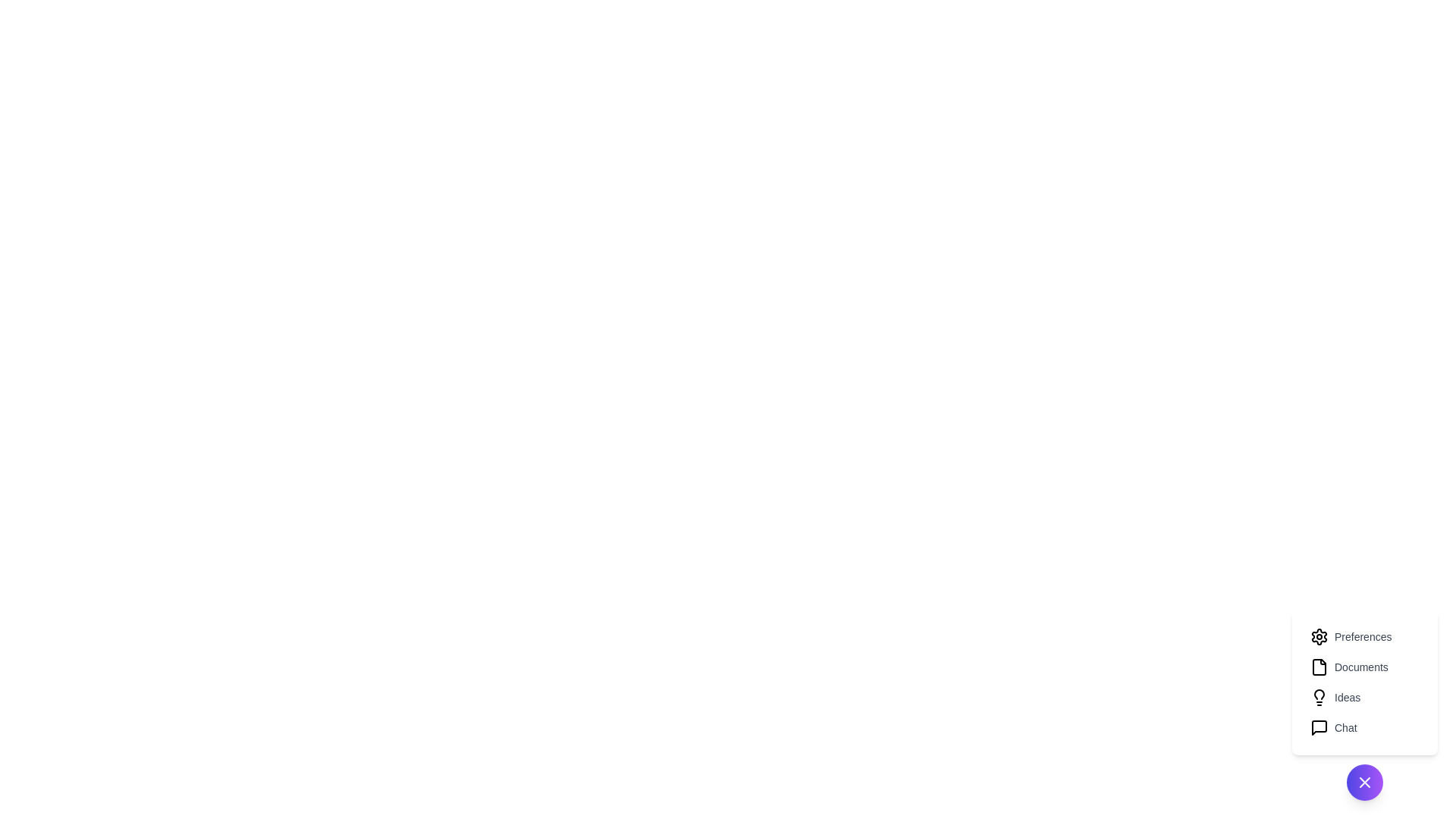 Image resolution: width=1456 pixels, height=819 pixels. What do you see at coordinates (1365, 727) in the screenshot?
I see `the menu item labeled Chat to observe its hover effect` at bounding box center [1365, 727].